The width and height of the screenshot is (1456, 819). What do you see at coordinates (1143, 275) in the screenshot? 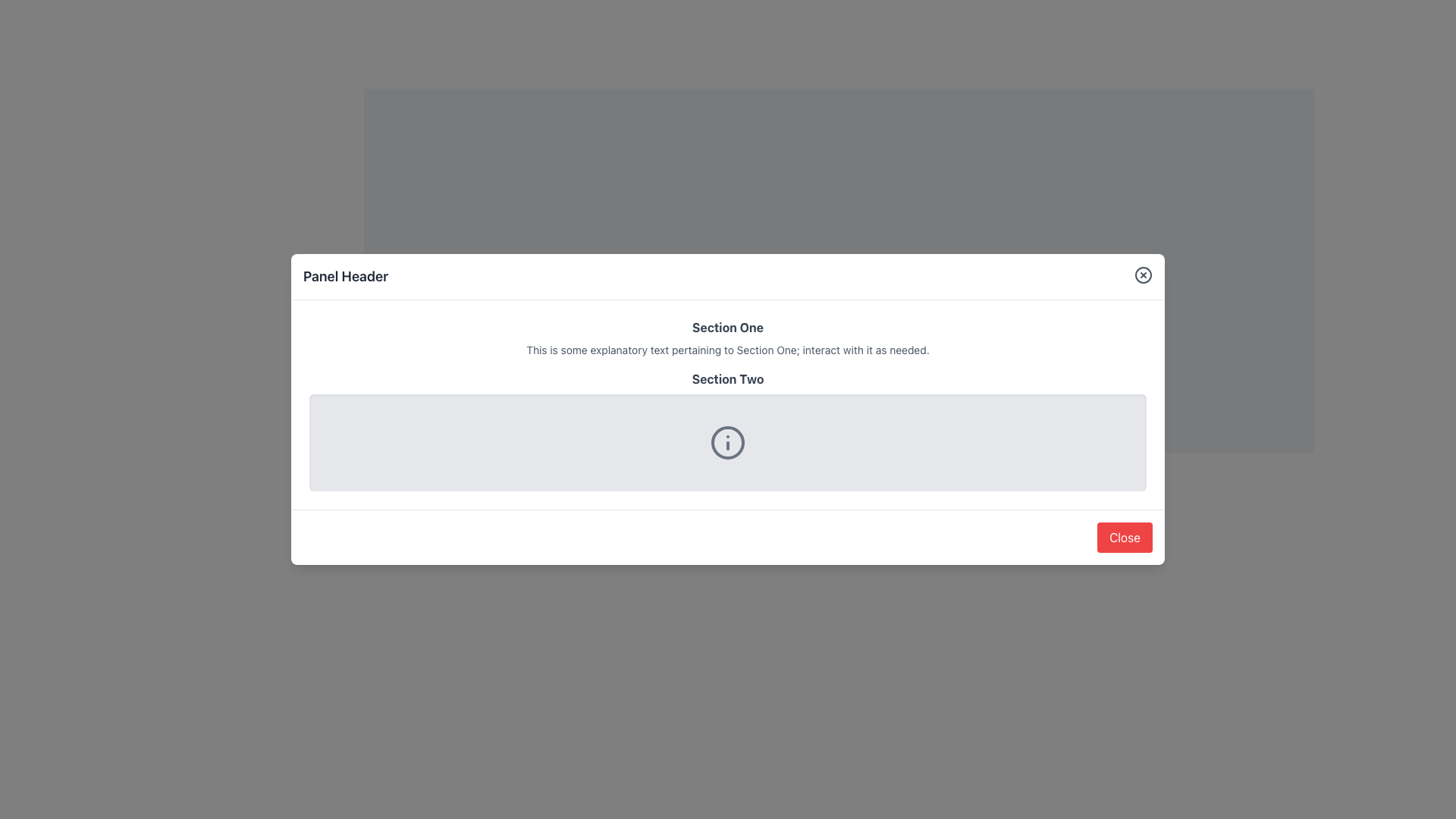
I see `the circular close button with an 'x' symbol located at the top-right of the panel header` at bounding box center [1143, 275].